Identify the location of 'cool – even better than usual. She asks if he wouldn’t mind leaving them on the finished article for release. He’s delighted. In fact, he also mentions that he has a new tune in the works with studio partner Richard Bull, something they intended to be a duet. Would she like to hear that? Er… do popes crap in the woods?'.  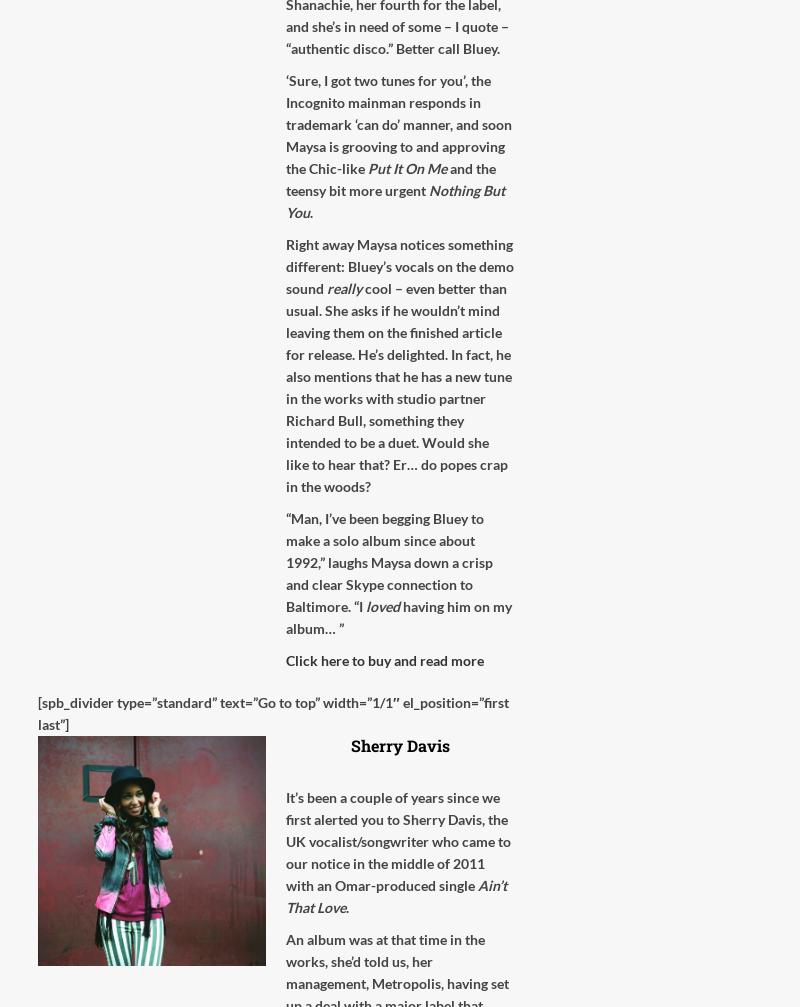
(398, 387).